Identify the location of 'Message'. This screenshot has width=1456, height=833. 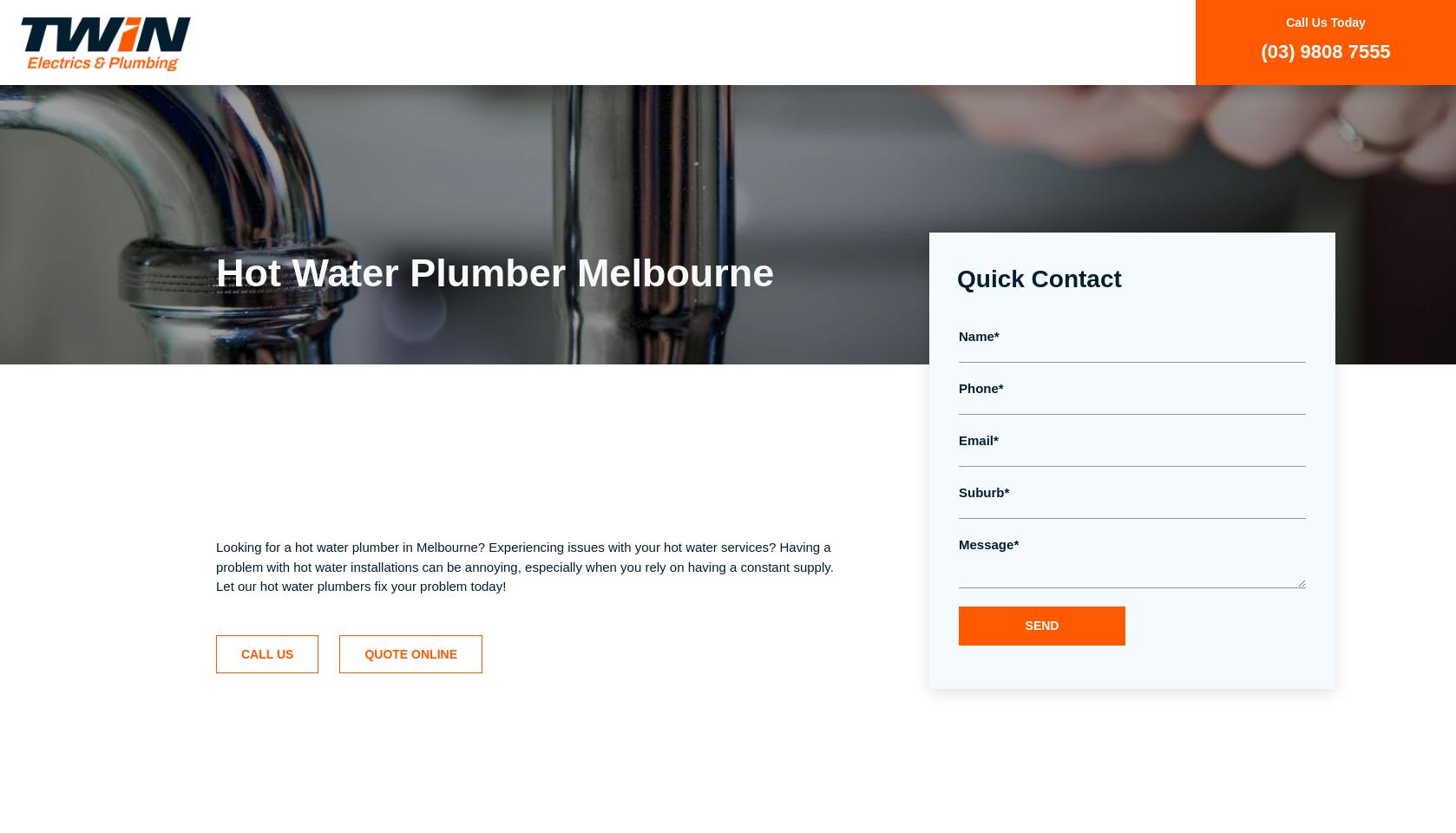
(986, 543).